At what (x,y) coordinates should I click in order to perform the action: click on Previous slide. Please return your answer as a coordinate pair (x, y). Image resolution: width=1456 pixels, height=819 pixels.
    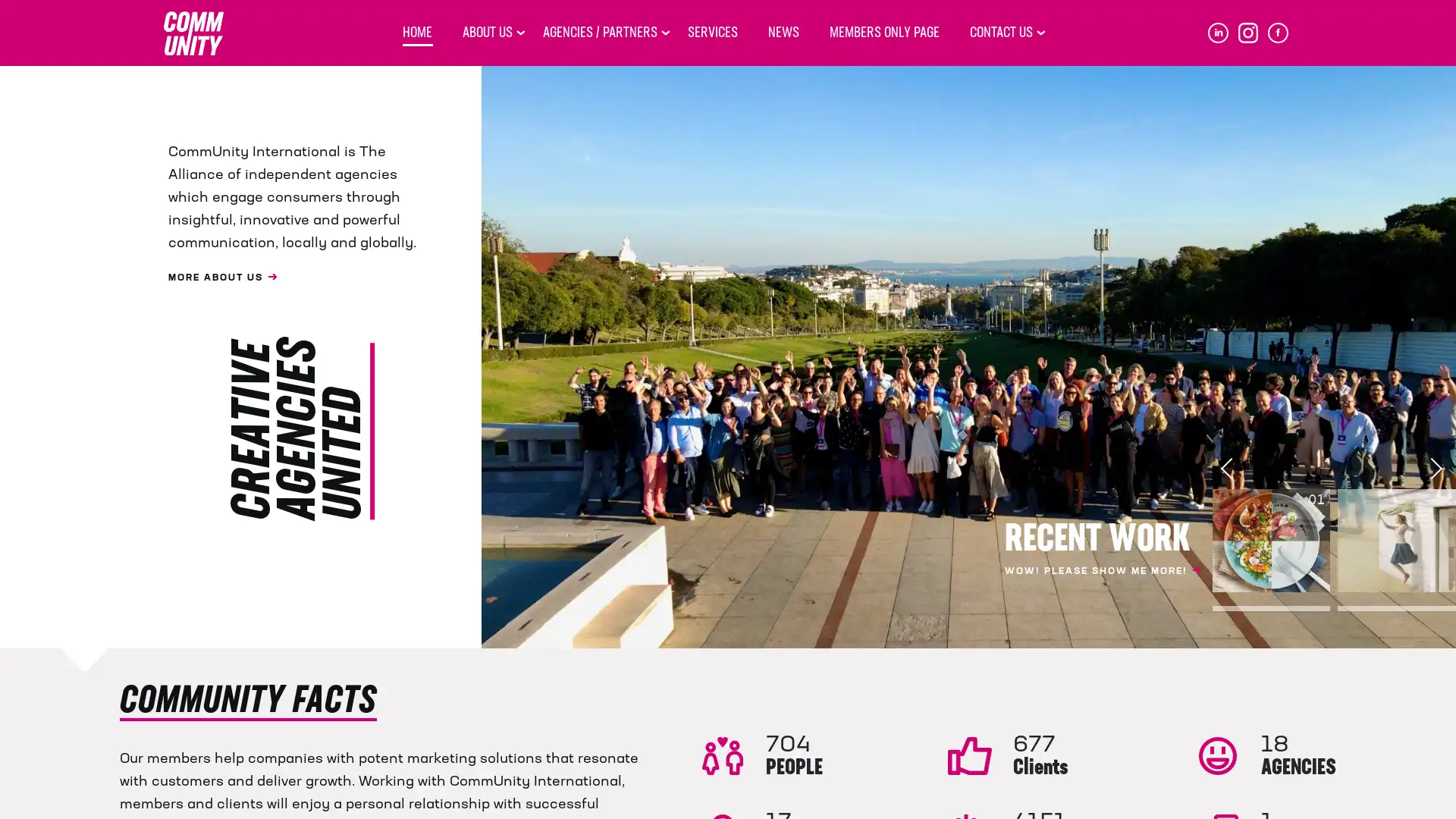
    Looking at the image, I should click on (1233, 475).